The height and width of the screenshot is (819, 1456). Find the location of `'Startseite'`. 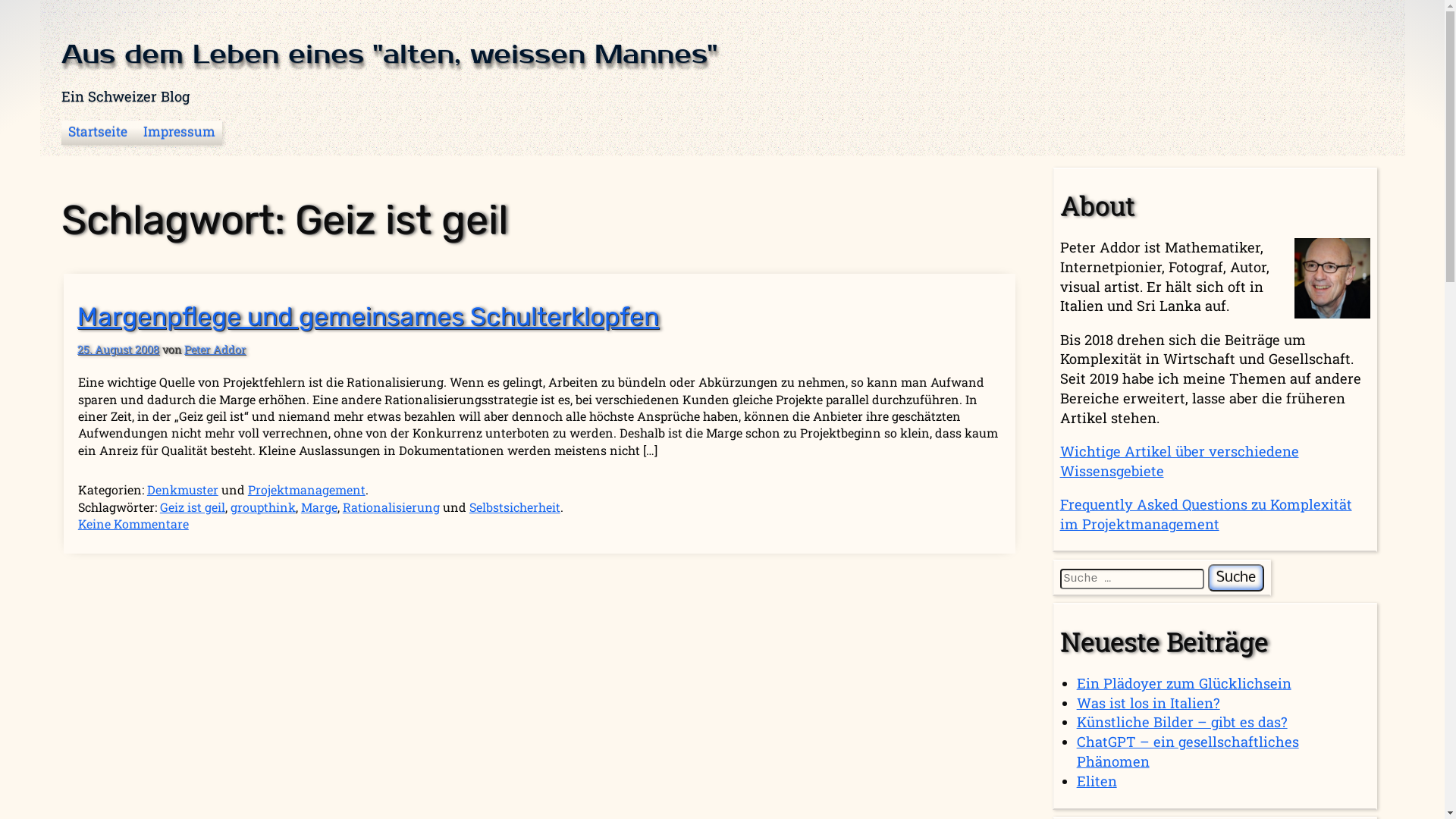

'Startseite' is located at coordinates (96, 131).